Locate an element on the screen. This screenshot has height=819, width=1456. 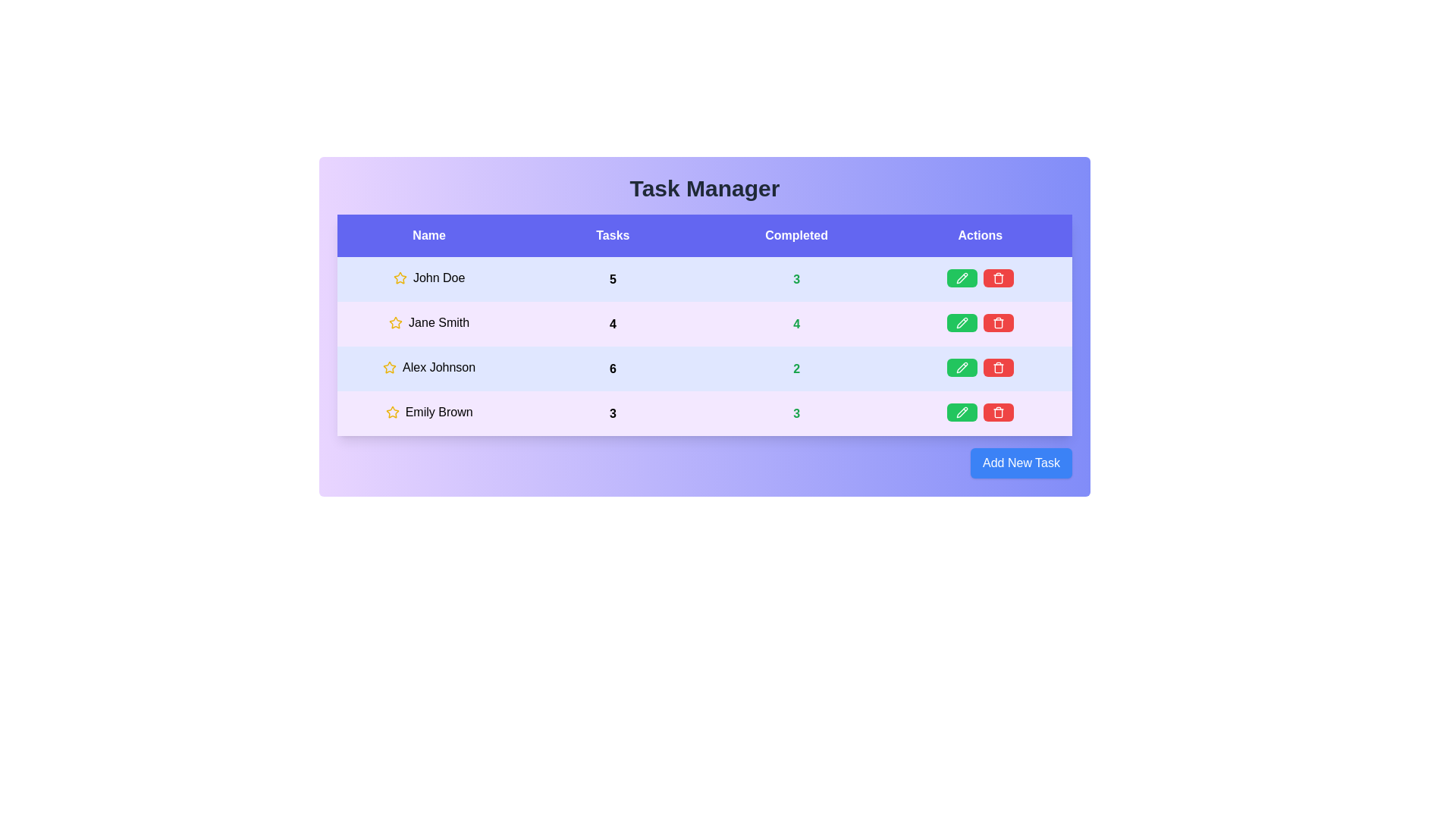
red trash icon to delete the task for John Doe is located at coordinates (998, 278).